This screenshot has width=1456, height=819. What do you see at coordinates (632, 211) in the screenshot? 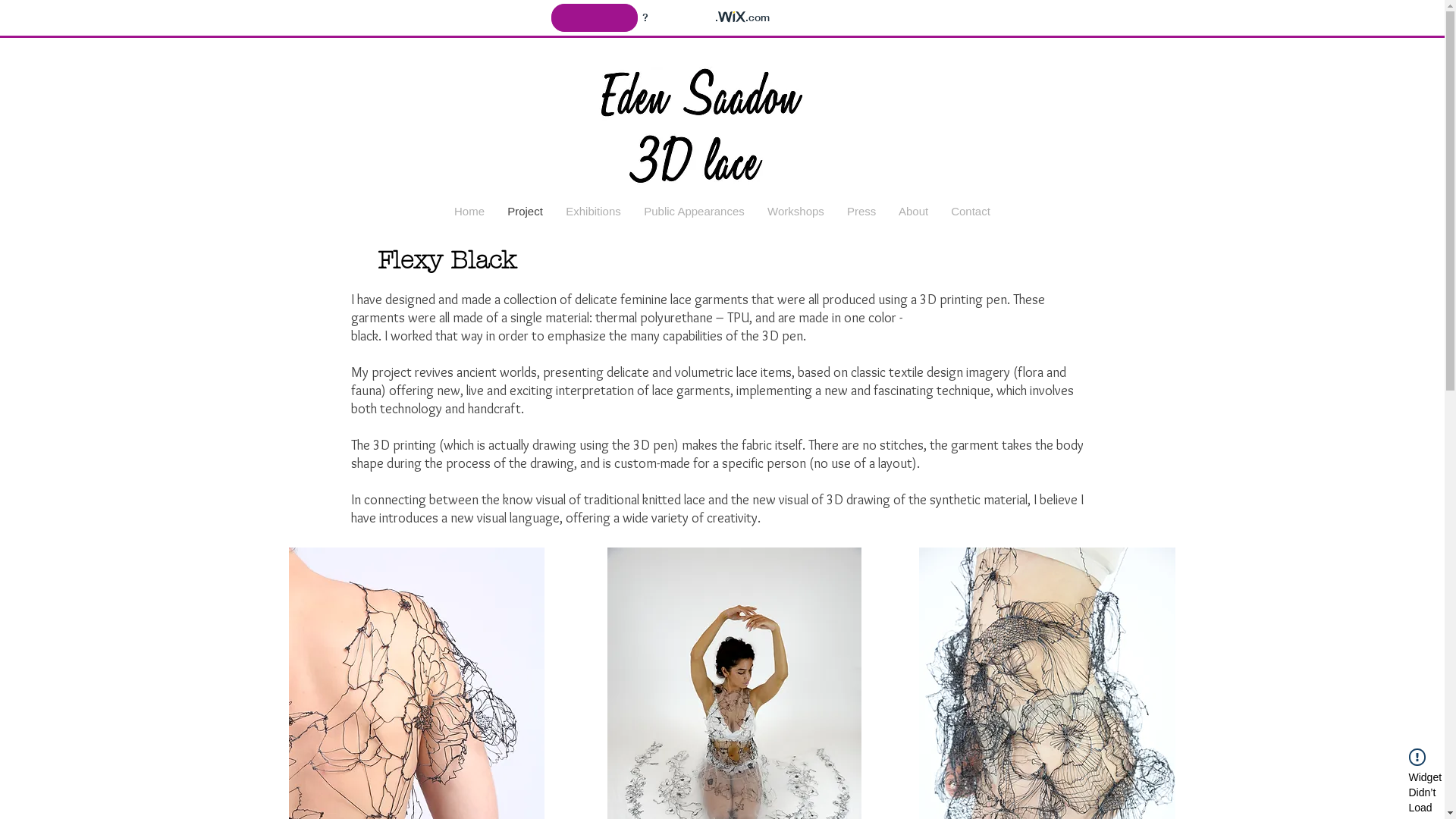
I see `'Public Appearances'` at bounding box center [632, 211].